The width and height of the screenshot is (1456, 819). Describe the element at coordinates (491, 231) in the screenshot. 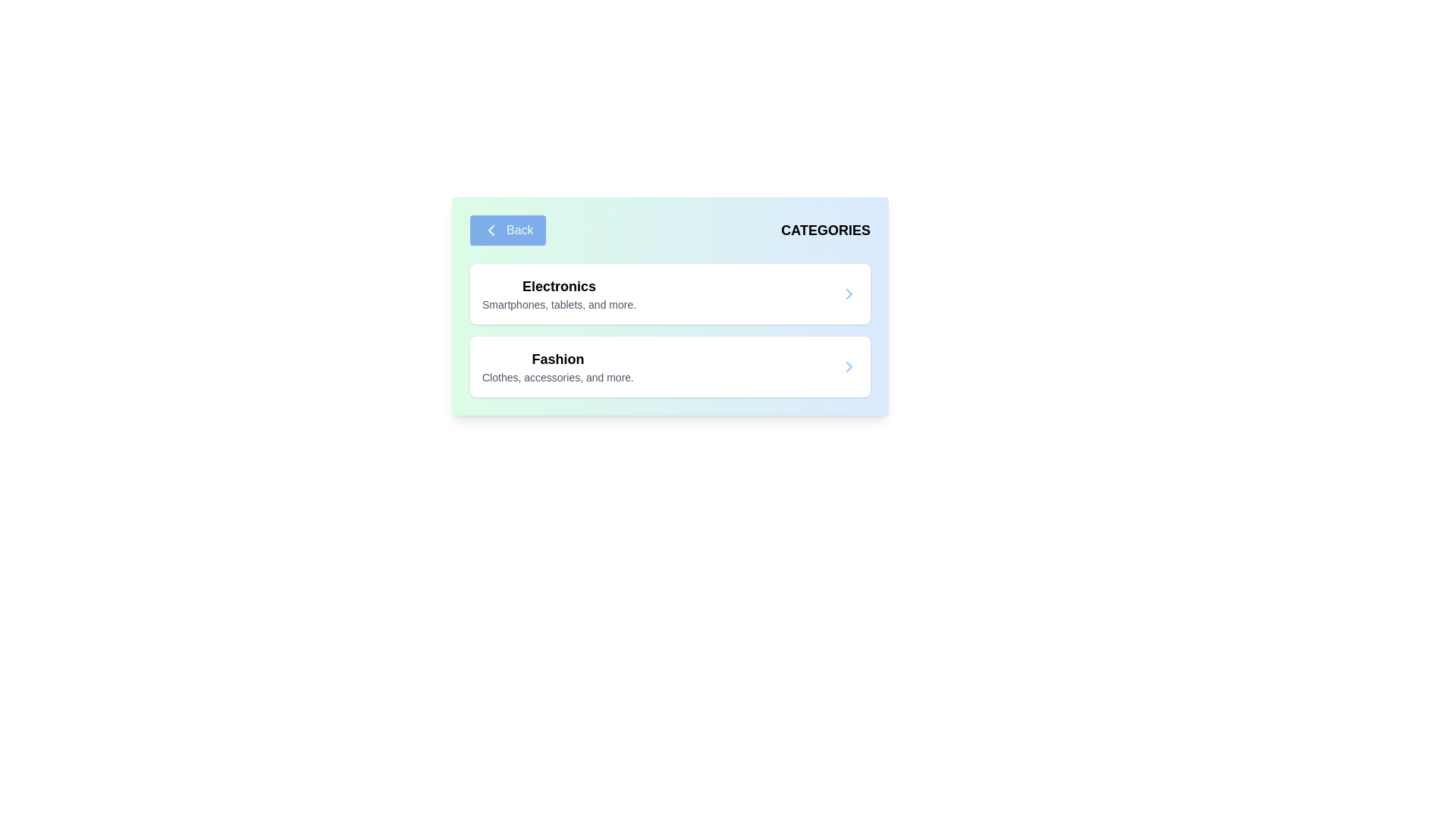

I see `the left-facing chevron icon styled in white, located to the left of the 'Back' button` at that location.